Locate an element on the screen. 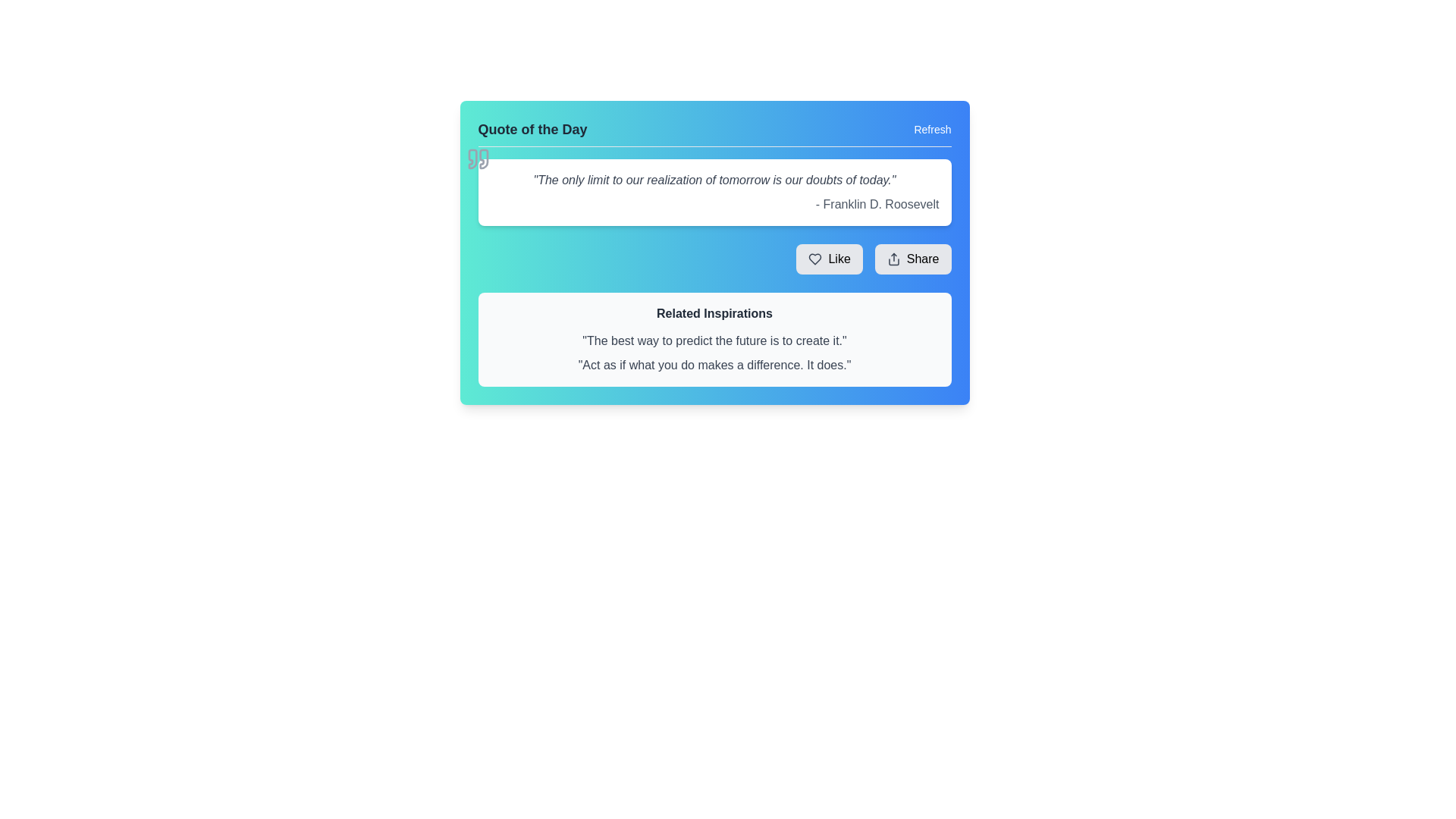  the decorative quotation mark graphic, which signifies the presence of a quote, located slightly above and to the left of the 'Quote of the Day' text section in the top-left corner of the widget is located at coordinates (482, 158).